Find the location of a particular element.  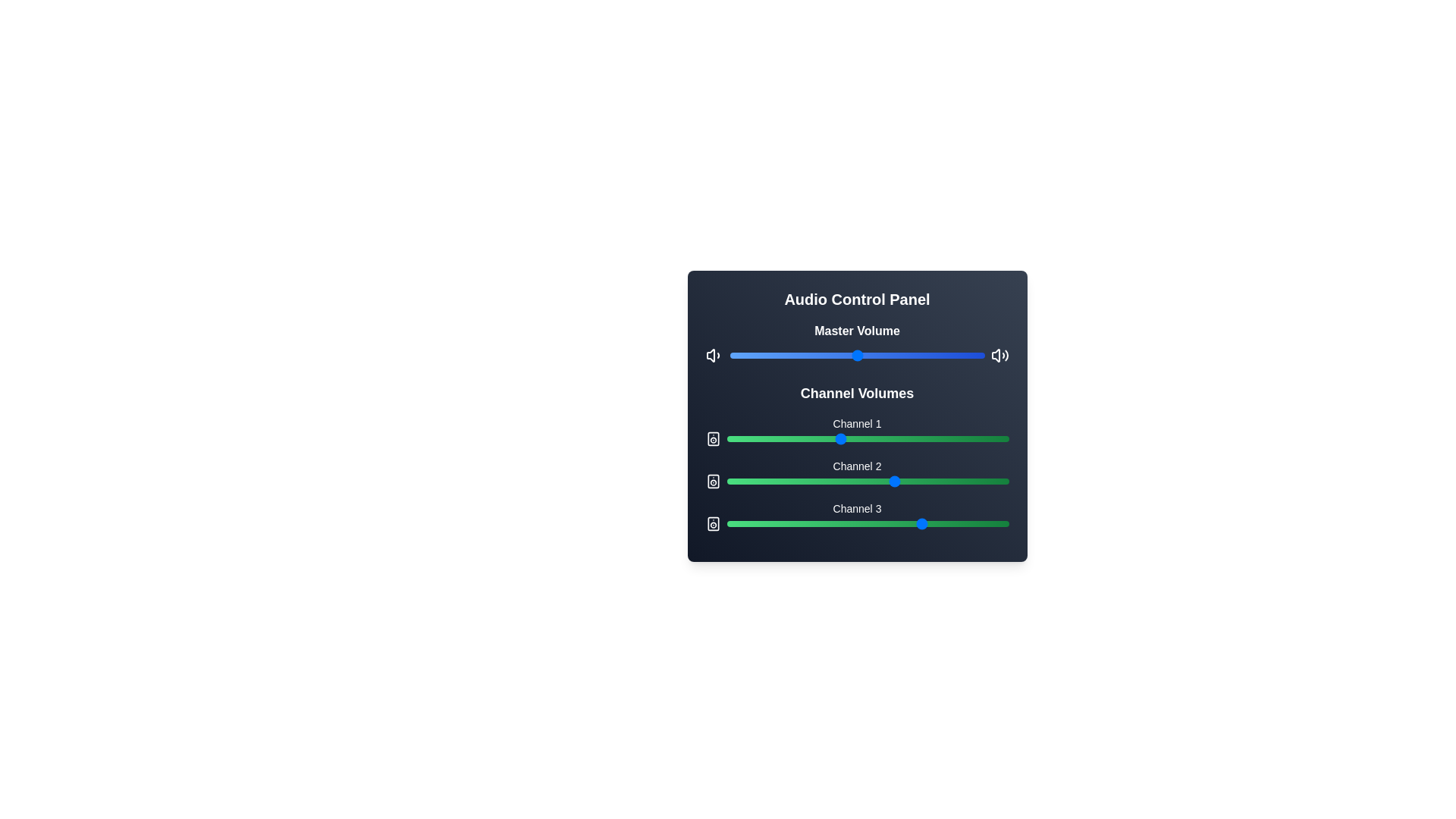

the Label that serves as a heading for individual channel volume controls, located centrally below the Master Volume section is located at coordinates (857, 393).